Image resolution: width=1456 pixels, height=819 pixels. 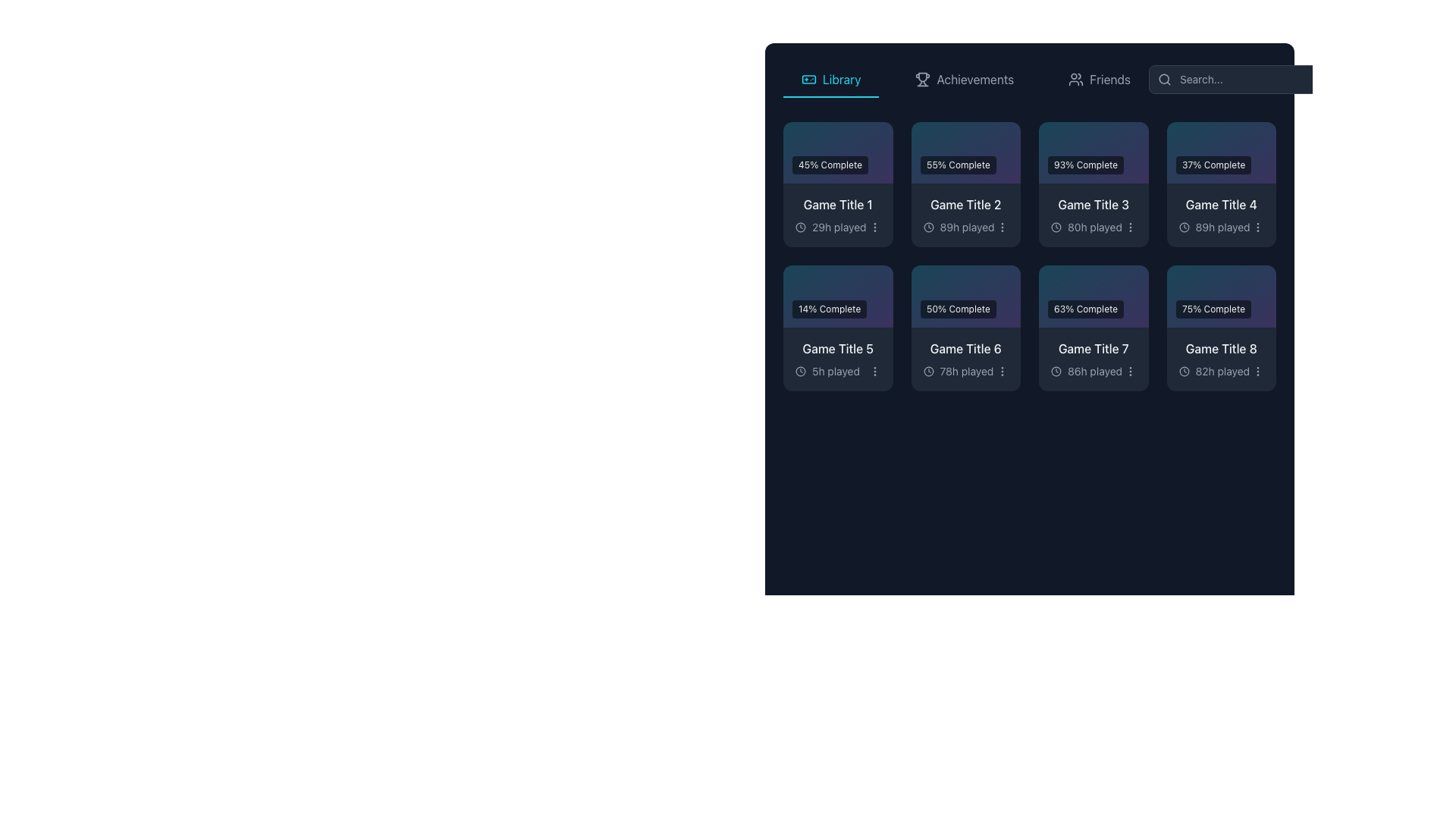 What do you see at coordinates (841, 79) in the screenshot?
I see `the navigational label displaying the word 'Library' in cyan color` at bounding box center [841, 79].